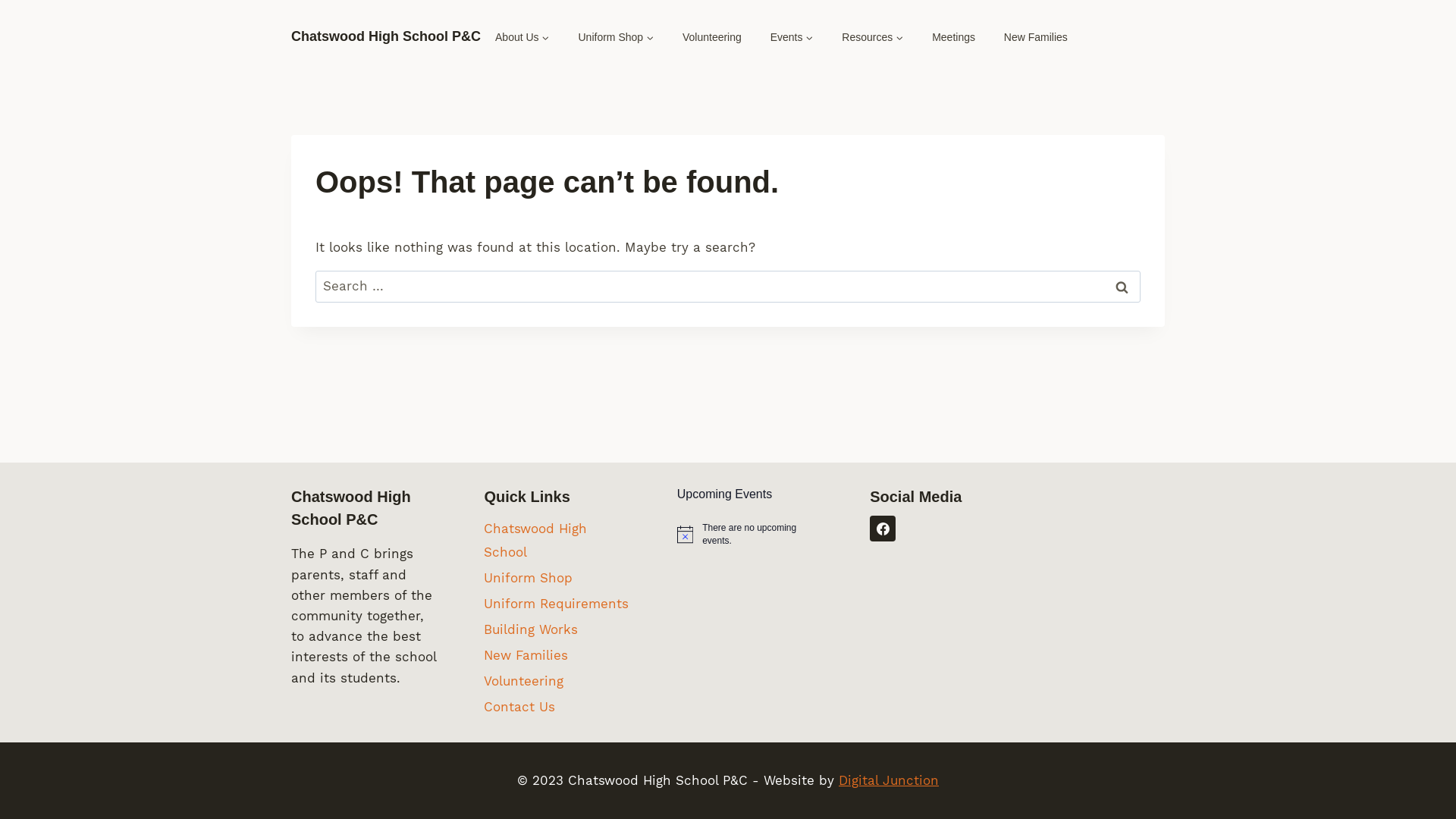 Image resolution: width=1456 pixels, height=819 pixels. I want to click on 'Resources', so click(872, 36).